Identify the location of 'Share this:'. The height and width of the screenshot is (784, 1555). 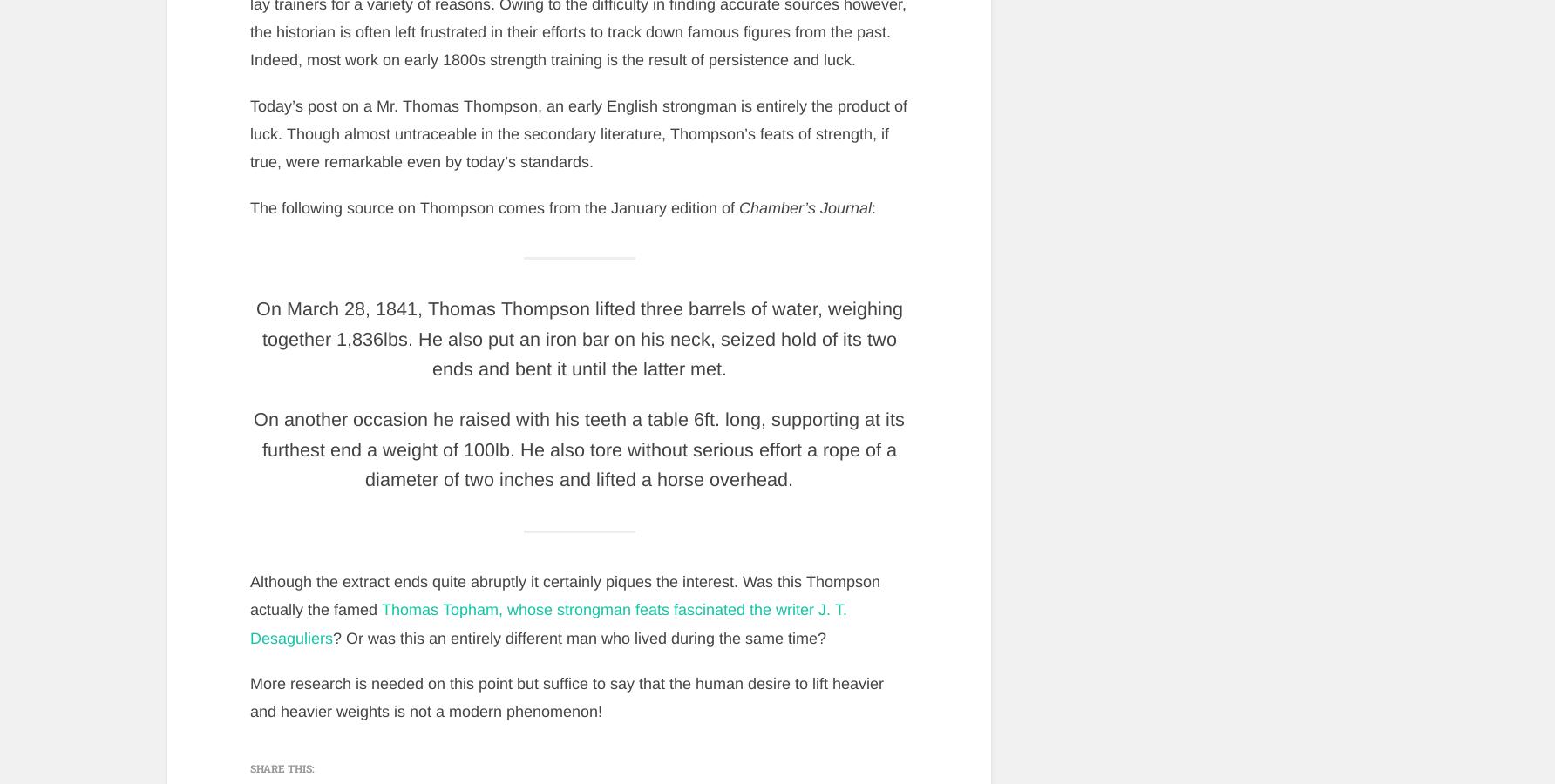
(282, 767).